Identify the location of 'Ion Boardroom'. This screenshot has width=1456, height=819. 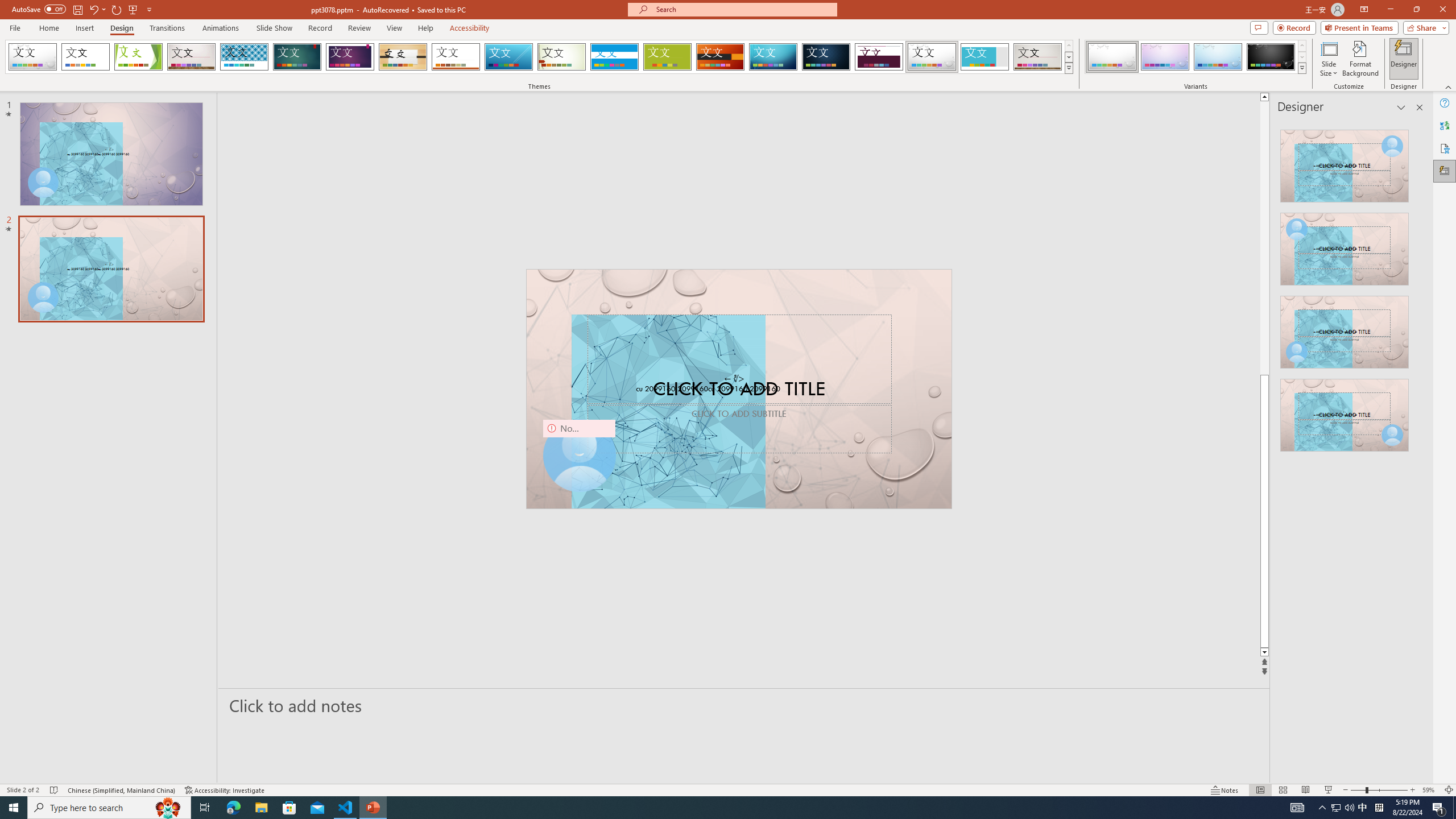
(350, 56).